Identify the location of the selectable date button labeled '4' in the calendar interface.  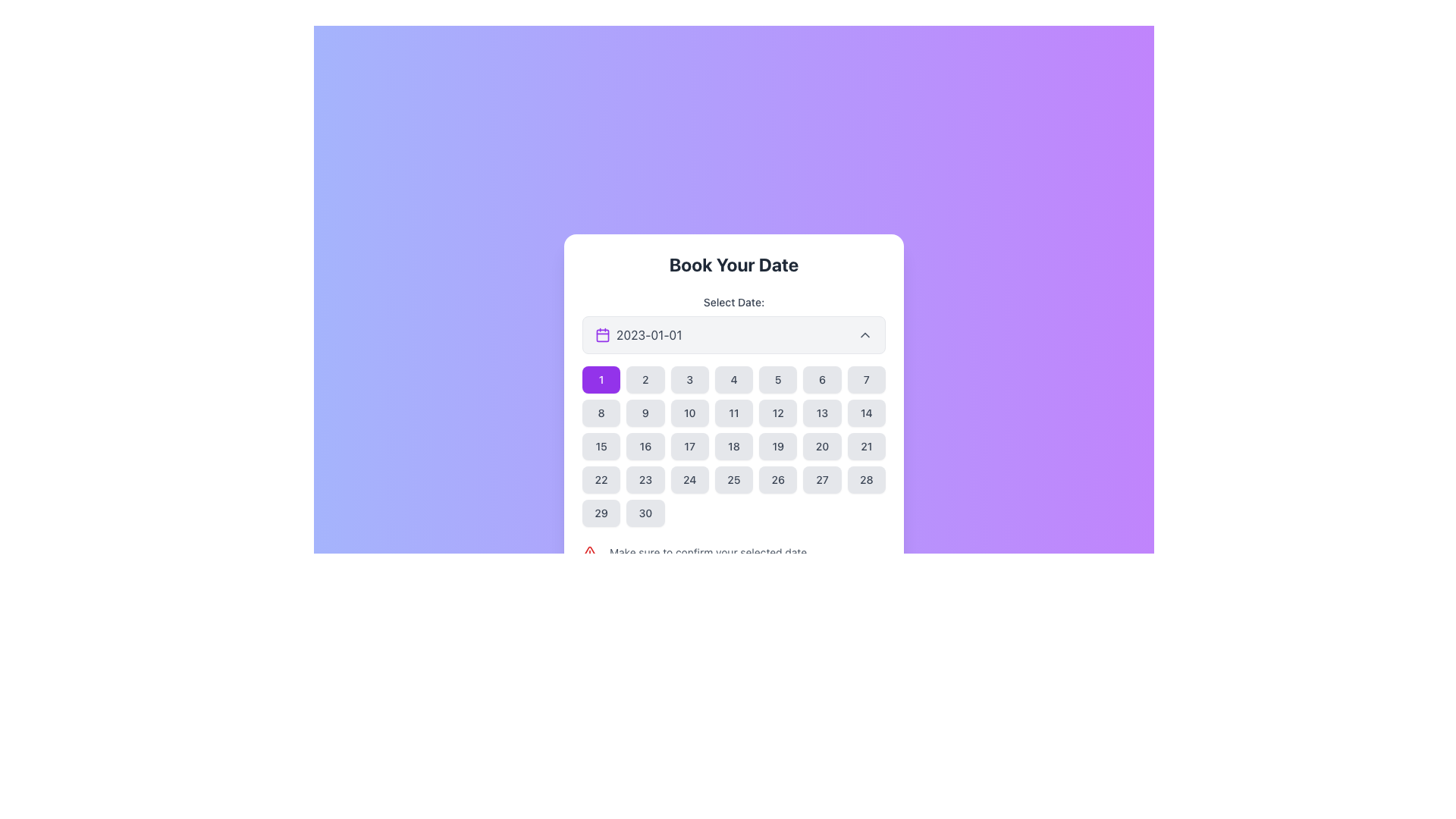
(734, 379).